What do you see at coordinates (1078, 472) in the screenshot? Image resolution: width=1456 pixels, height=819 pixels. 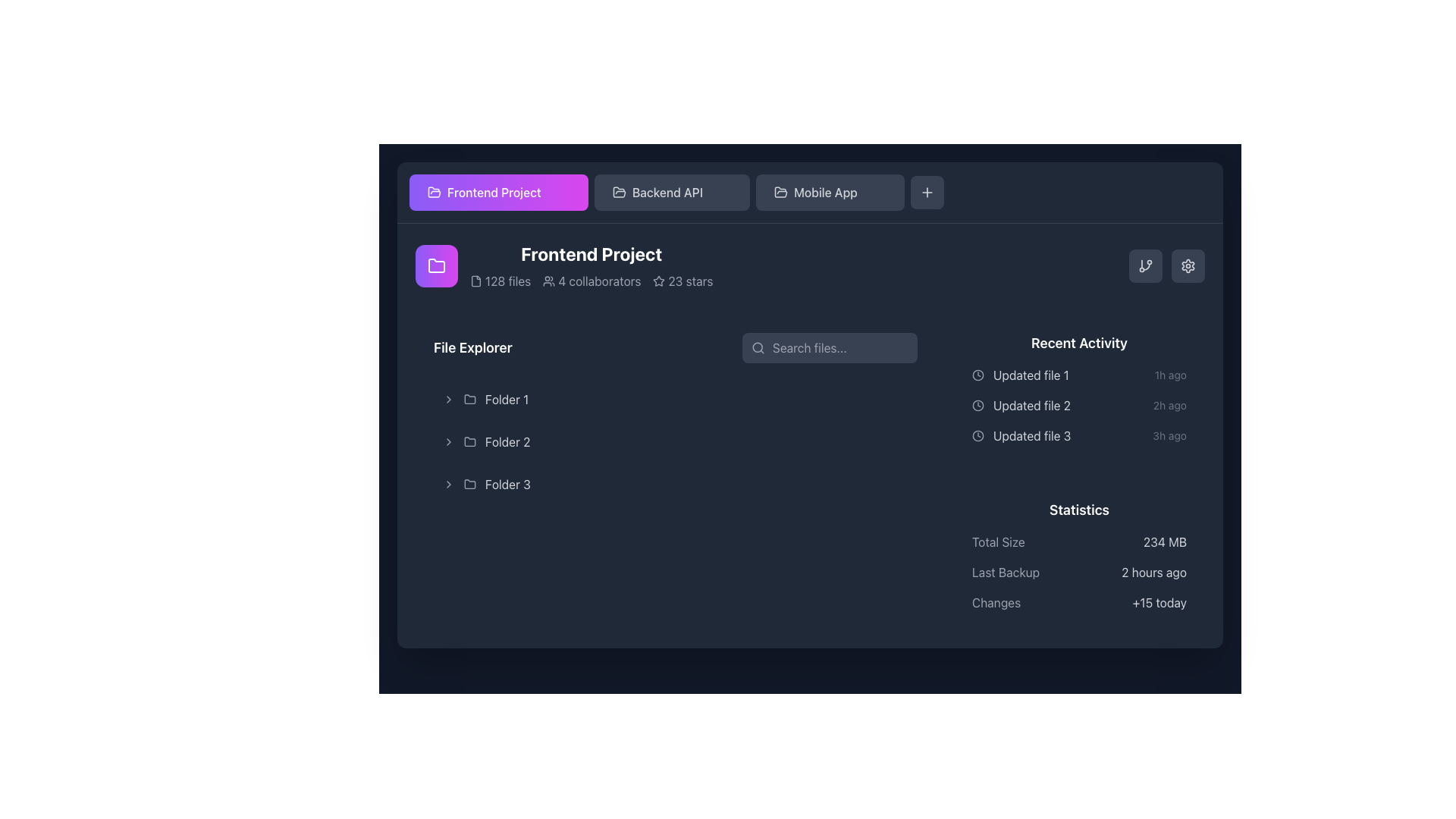 I see `the composite informational panel located in the rightmost column, which displays the 'Recent Activity' and 'Statistics' sections` at bounding box center [1078, 472].